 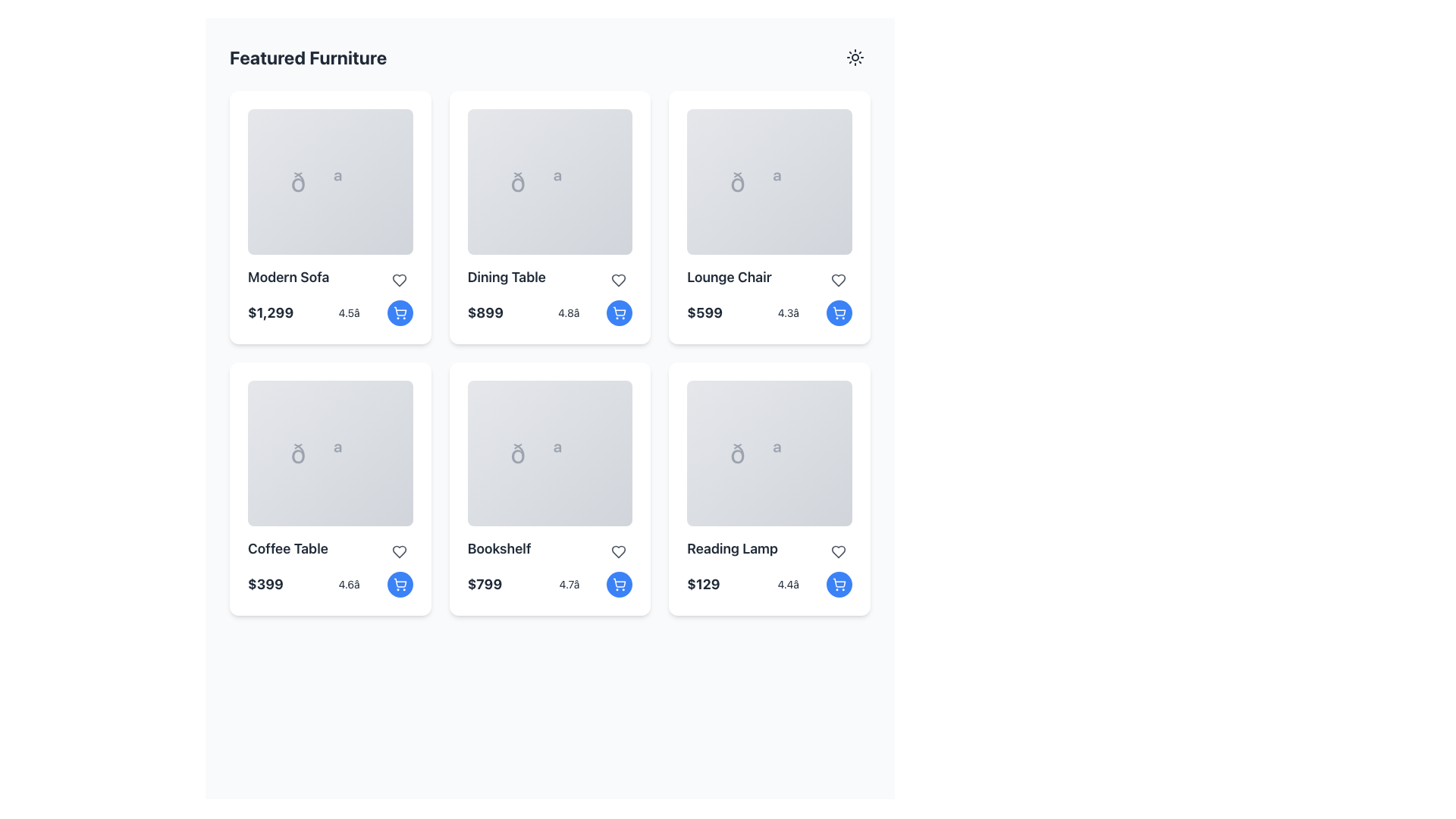 What do you see at coordinates (329, 452) in the screenshot?
I see `the image placeholder area for the 'Coffee Table' item` at bounding box center [329, 452].